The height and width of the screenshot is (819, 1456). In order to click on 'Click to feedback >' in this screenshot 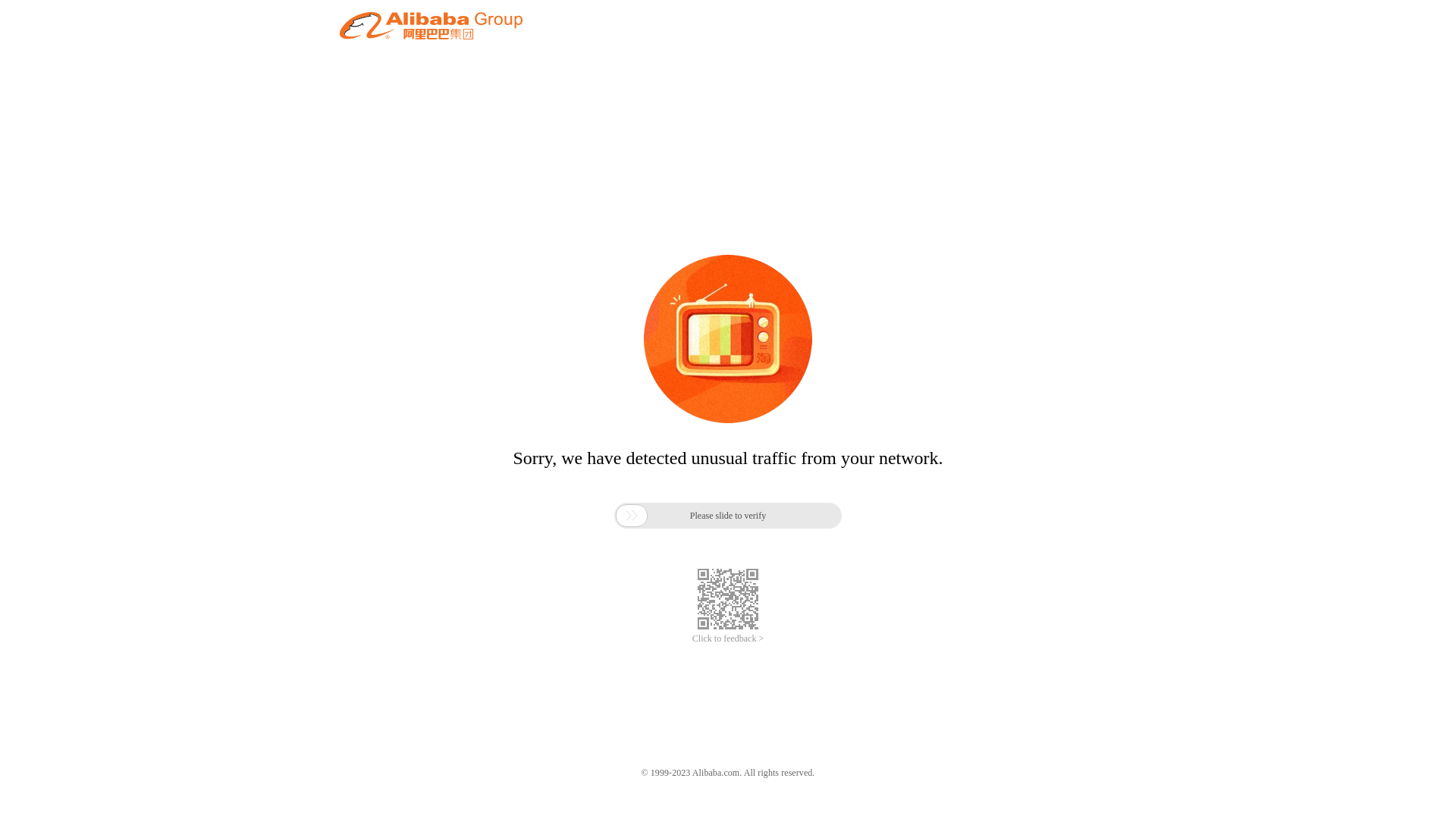, I will do `click(728, 639)`.